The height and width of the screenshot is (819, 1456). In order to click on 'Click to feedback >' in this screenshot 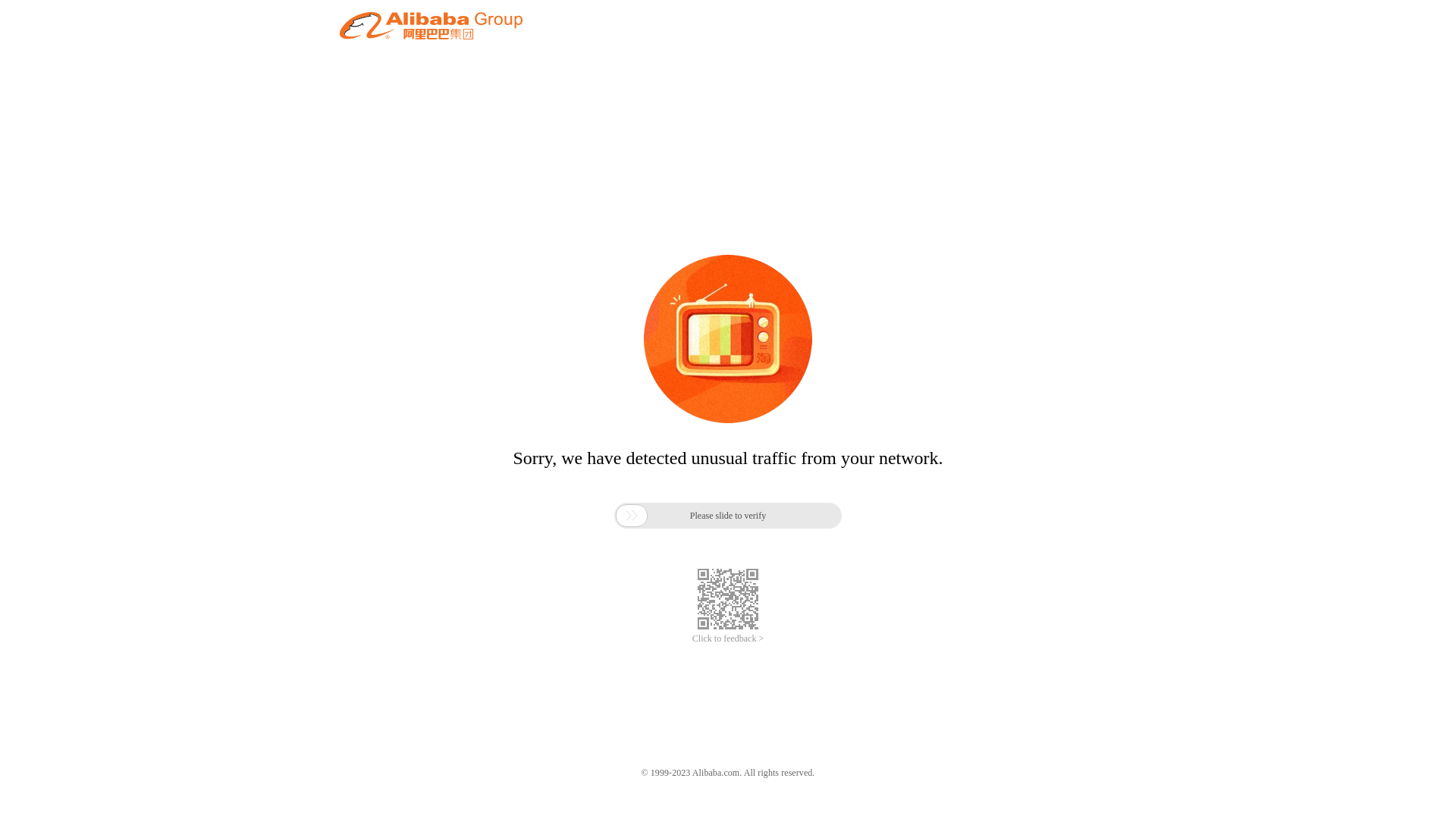, I will do `click(728, 639)`.